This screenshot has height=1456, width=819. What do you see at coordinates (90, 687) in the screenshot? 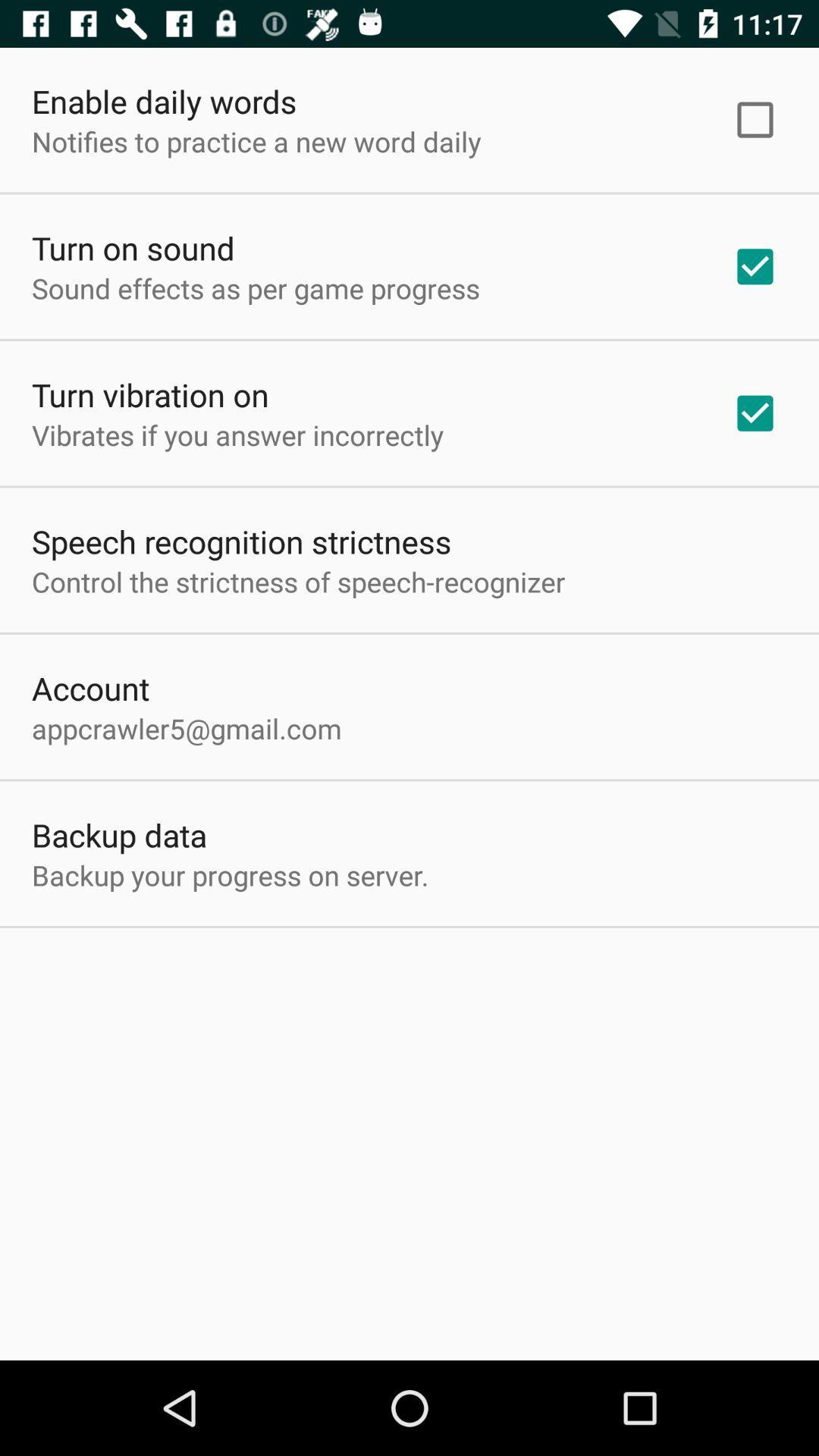
I see `account` at bounding box center [90, 687].